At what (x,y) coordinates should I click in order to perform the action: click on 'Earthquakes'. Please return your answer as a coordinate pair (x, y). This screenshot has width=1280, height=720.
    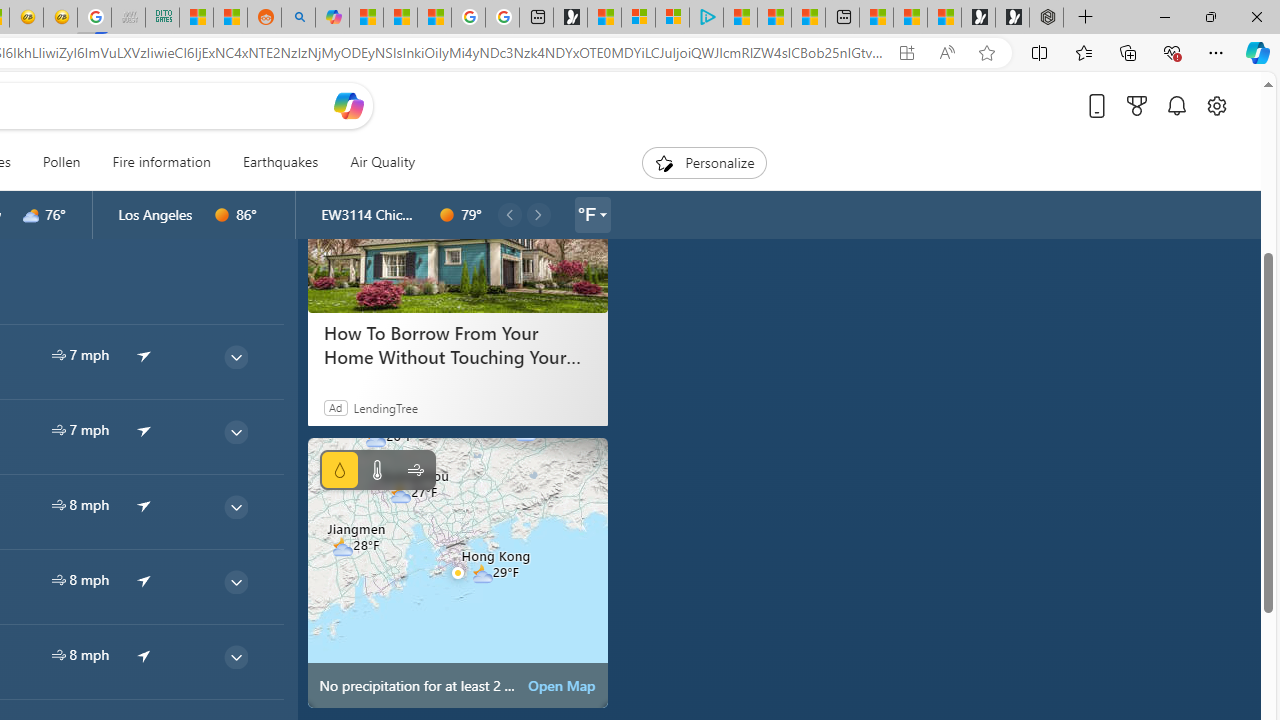
    Looking at the image, I should click on (279, 162).